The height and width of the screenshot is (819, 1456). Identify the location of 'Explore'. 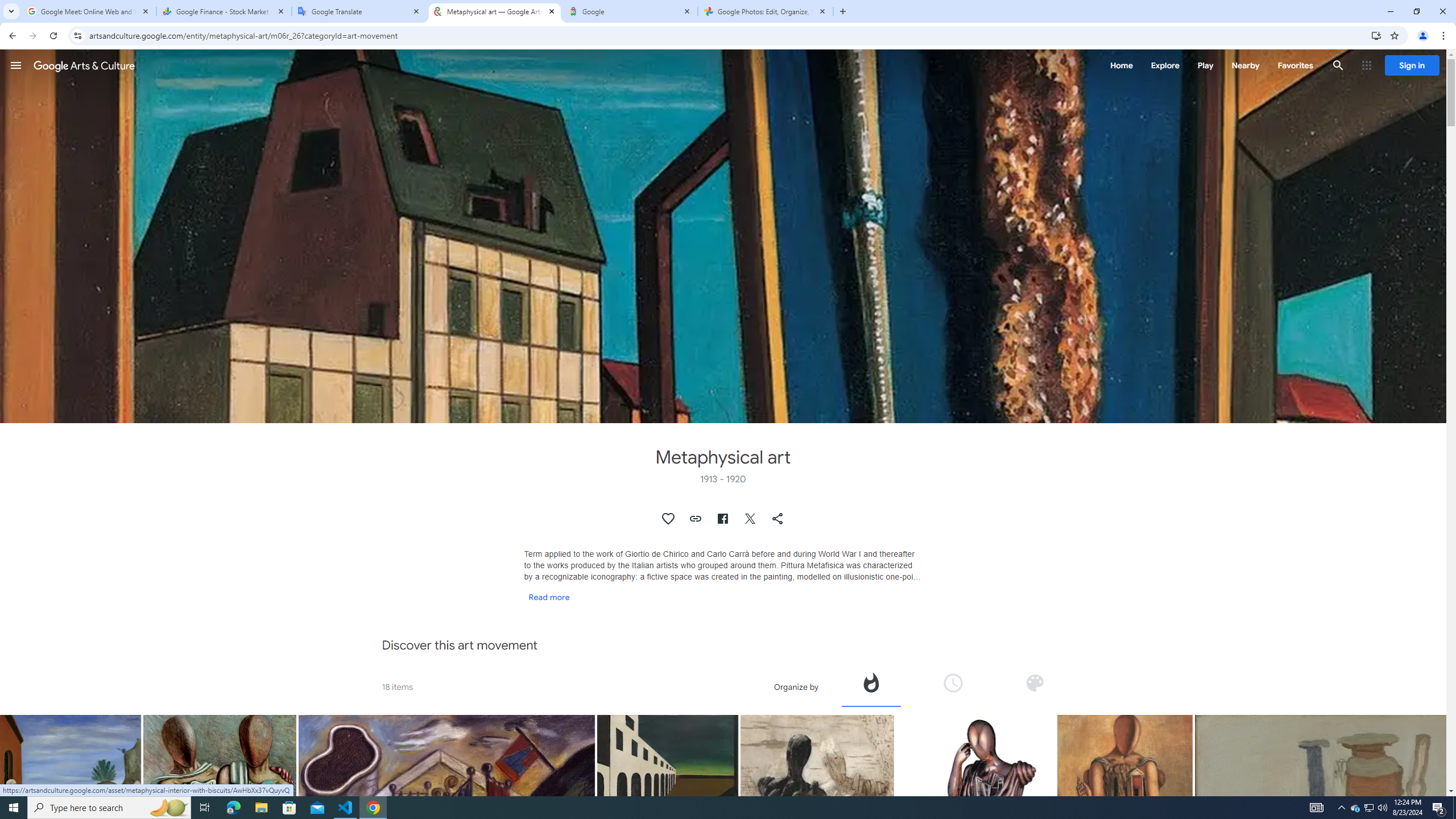
(1164, 65).